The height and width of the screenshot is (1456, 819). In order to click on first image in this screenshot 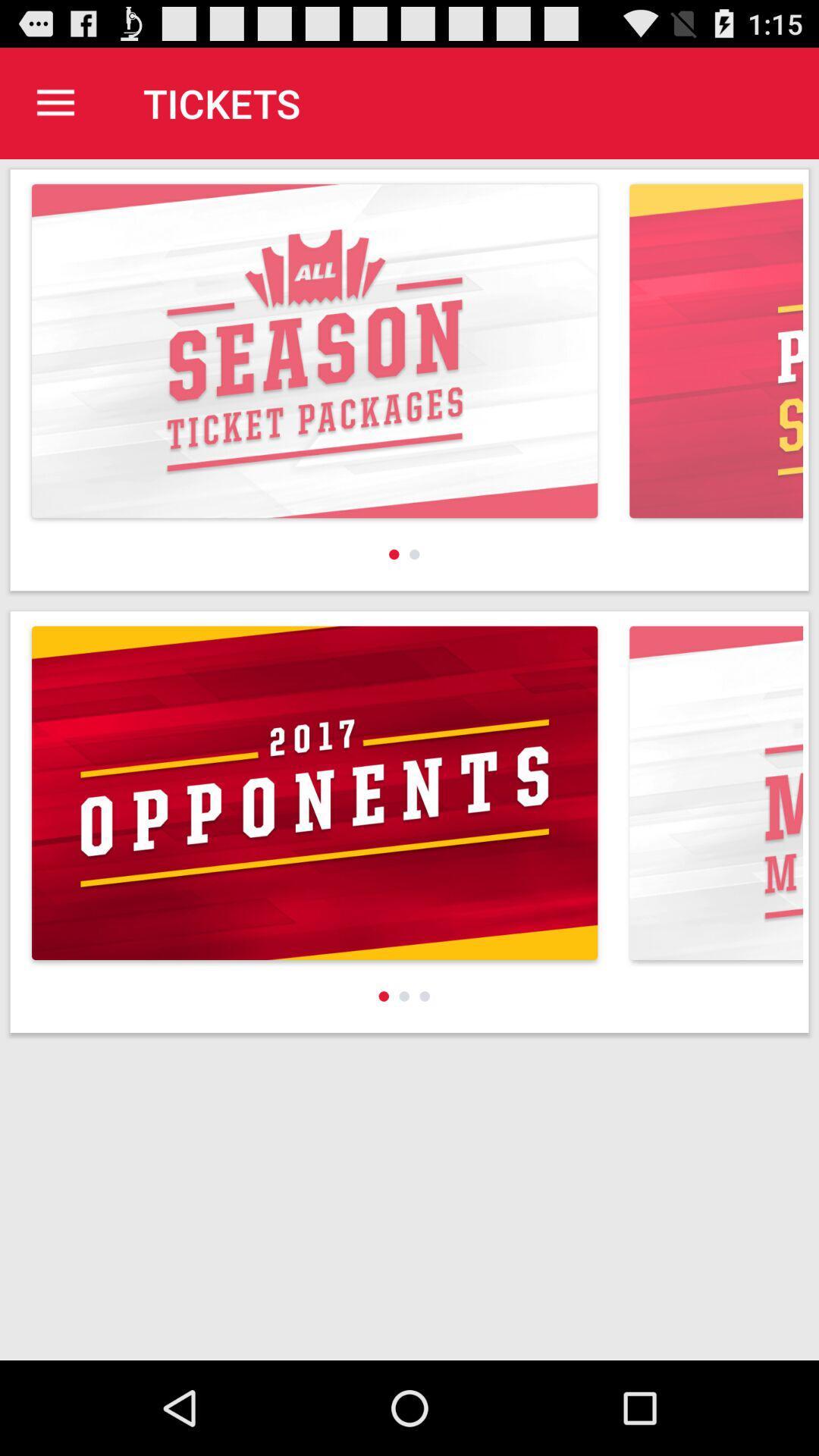, I will do `click(409, 380)`.